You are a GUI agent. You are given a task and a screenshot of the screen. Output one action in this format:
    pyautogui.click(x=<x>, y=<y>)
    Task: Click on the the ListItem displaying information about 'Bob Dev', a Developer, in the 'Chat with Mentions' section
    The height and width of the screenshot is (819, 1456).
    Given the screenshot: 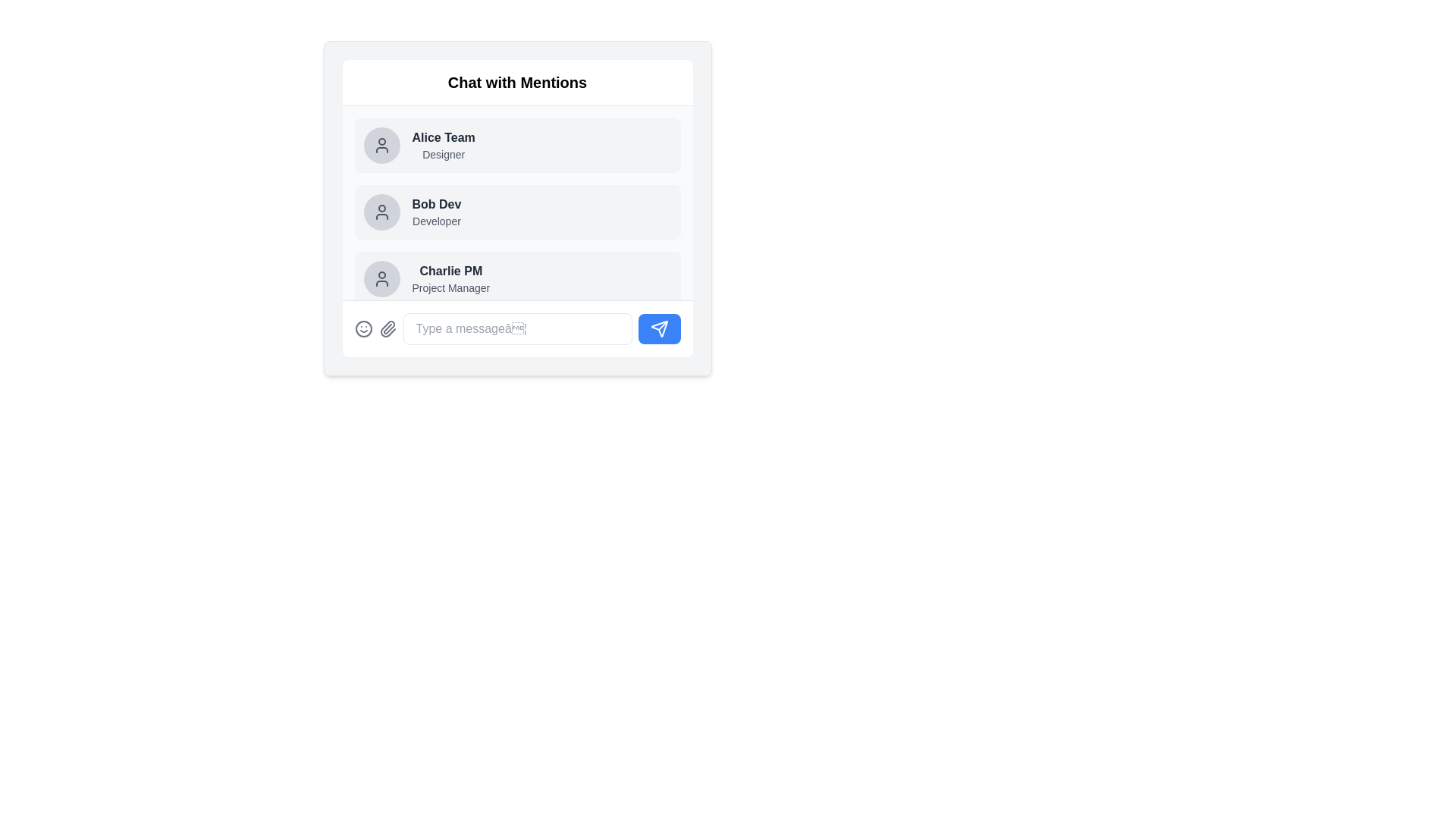 What is the action you would take?
    pyautogui.click(x=517, y=208)
    